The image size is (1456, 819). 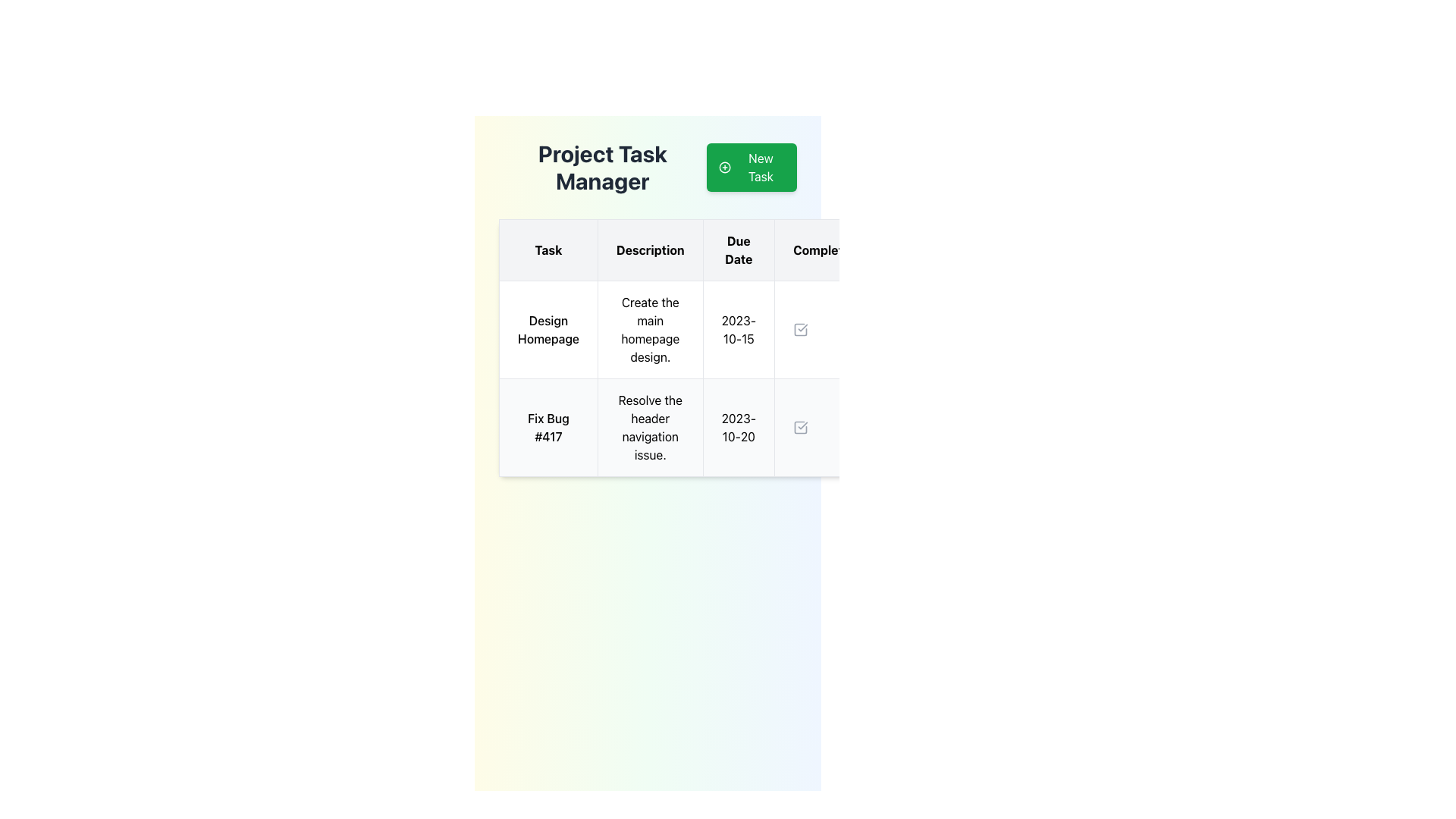 What do you see at coordinates (723, 167) in the screenshot?
I see `the plus icon within the green rectangular 'New Task' button located at the top-right corner of the interface` at bounding box center [723, 167].